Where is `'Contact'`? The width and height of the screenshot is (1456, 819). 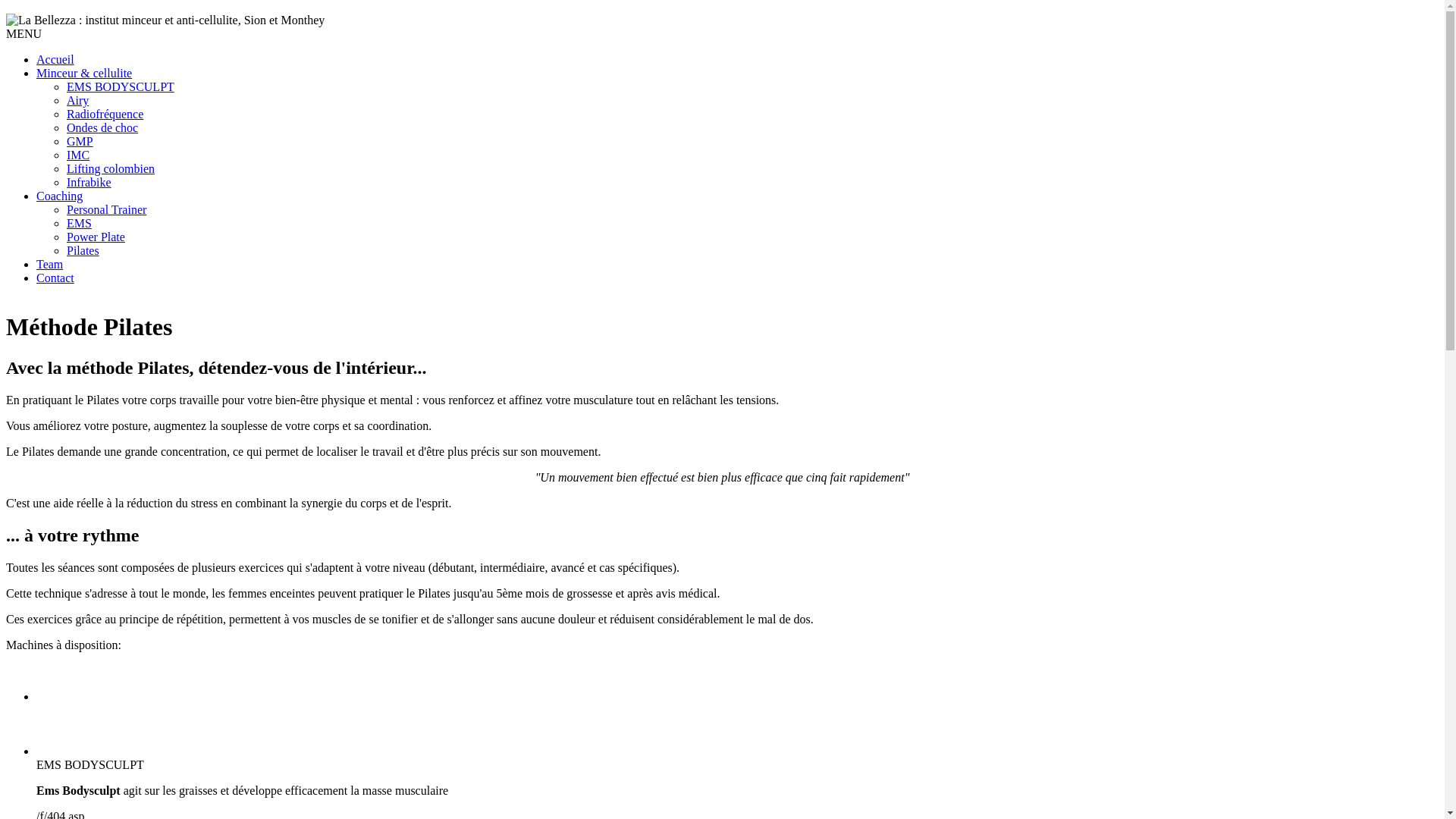
'Contact' is located at coordinates (55, 278).